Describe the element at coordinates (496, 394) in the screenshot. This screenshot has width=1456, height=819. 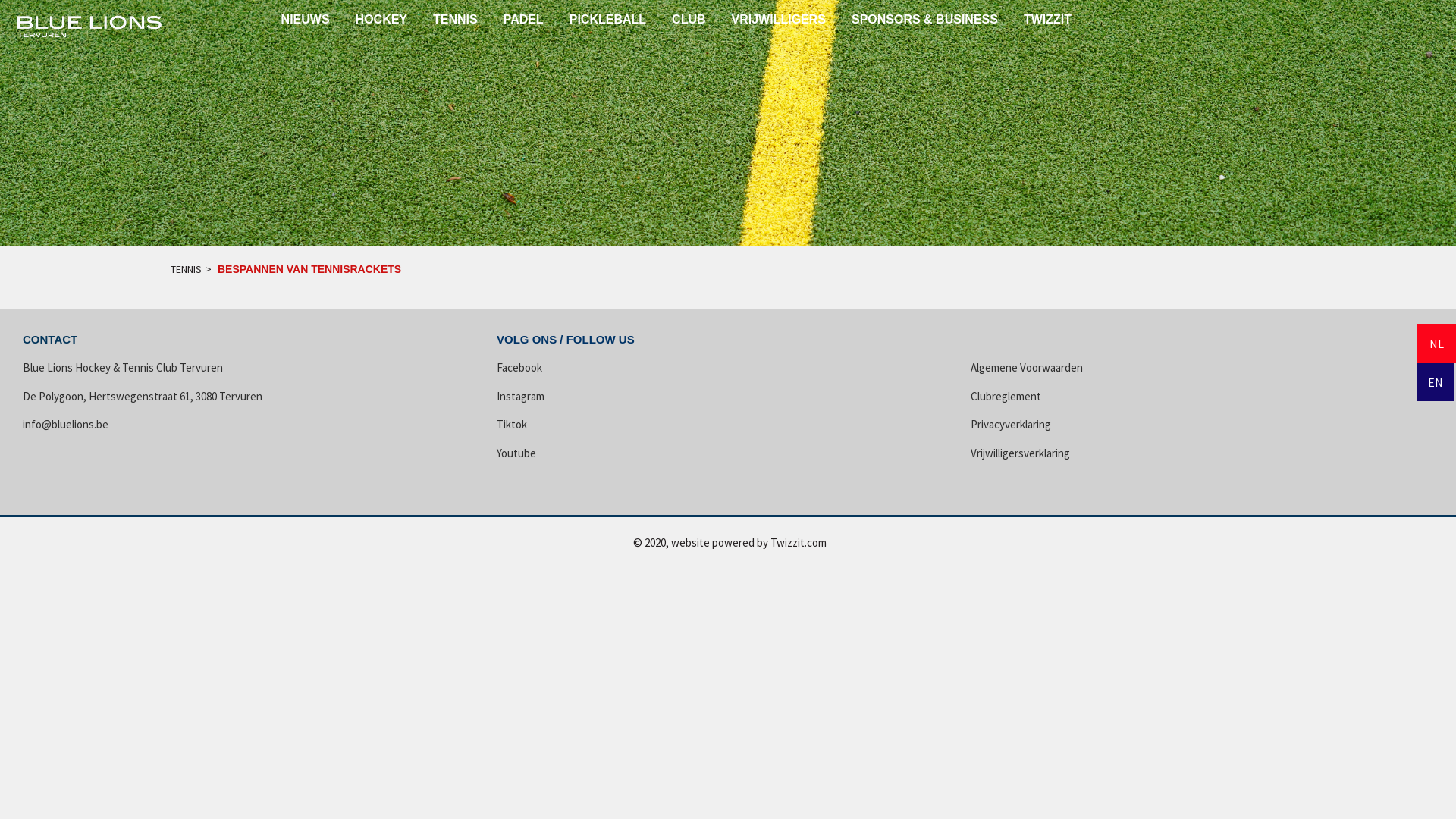
I see `'Instagram'` at that location.